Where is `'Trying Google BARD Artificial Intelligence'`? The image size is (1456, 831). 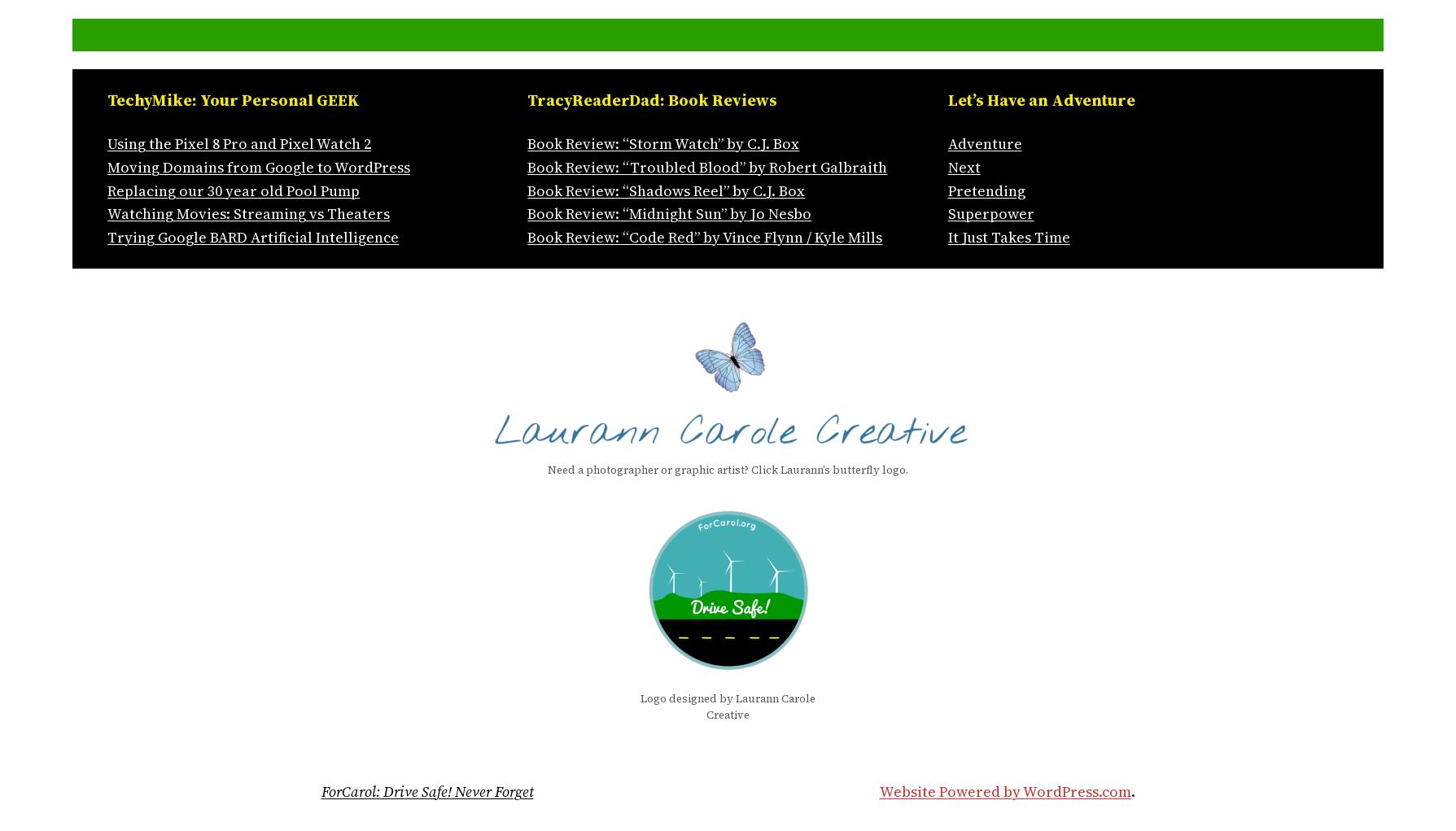 'Trying Google BARD Artificial Intelligence' is located at coordinates (251, 237).